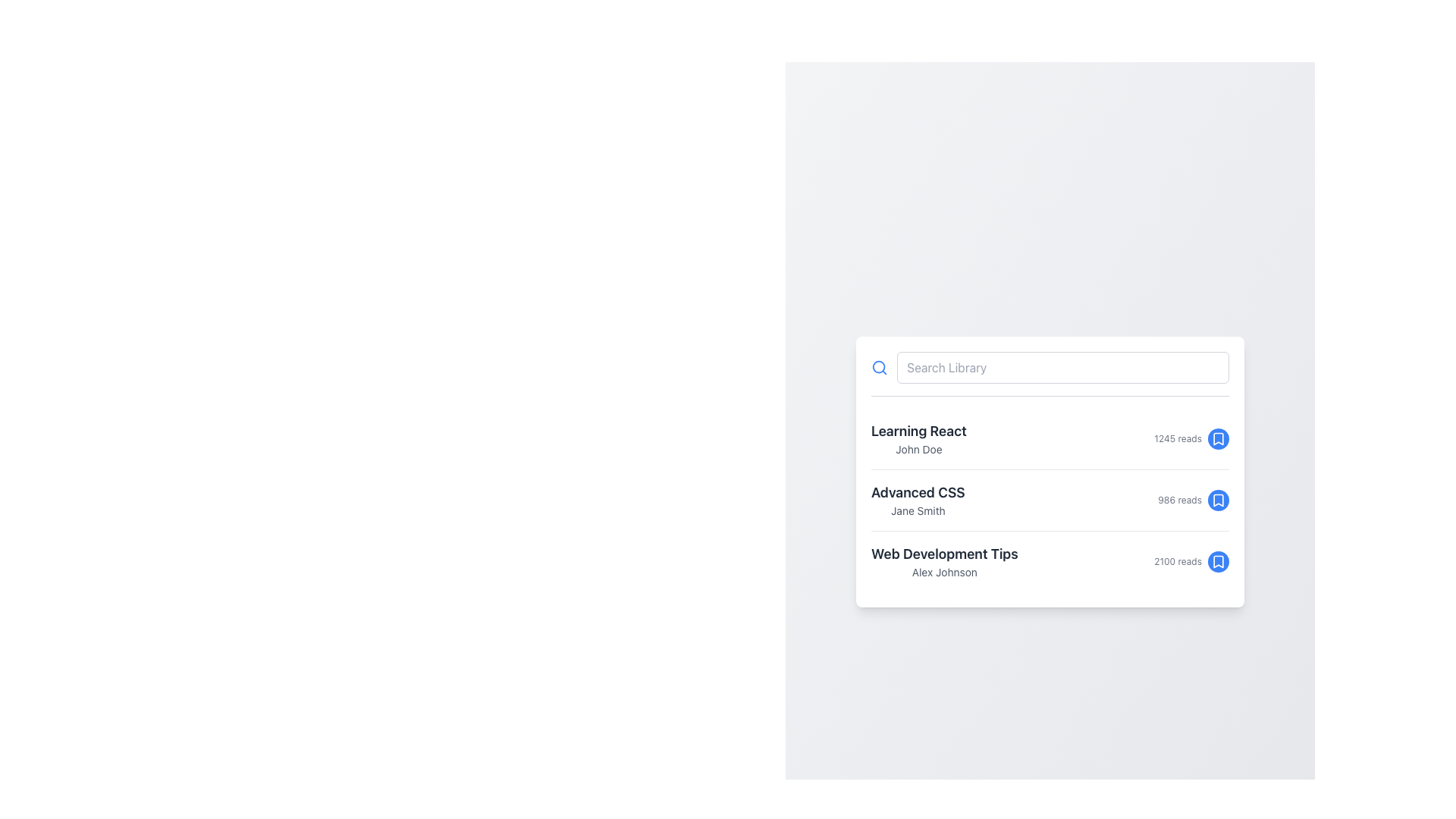  I want to click on the text label 'John Doe', which is a small-sized gray text displayed below the title 'Learning React', so click(918, 448).